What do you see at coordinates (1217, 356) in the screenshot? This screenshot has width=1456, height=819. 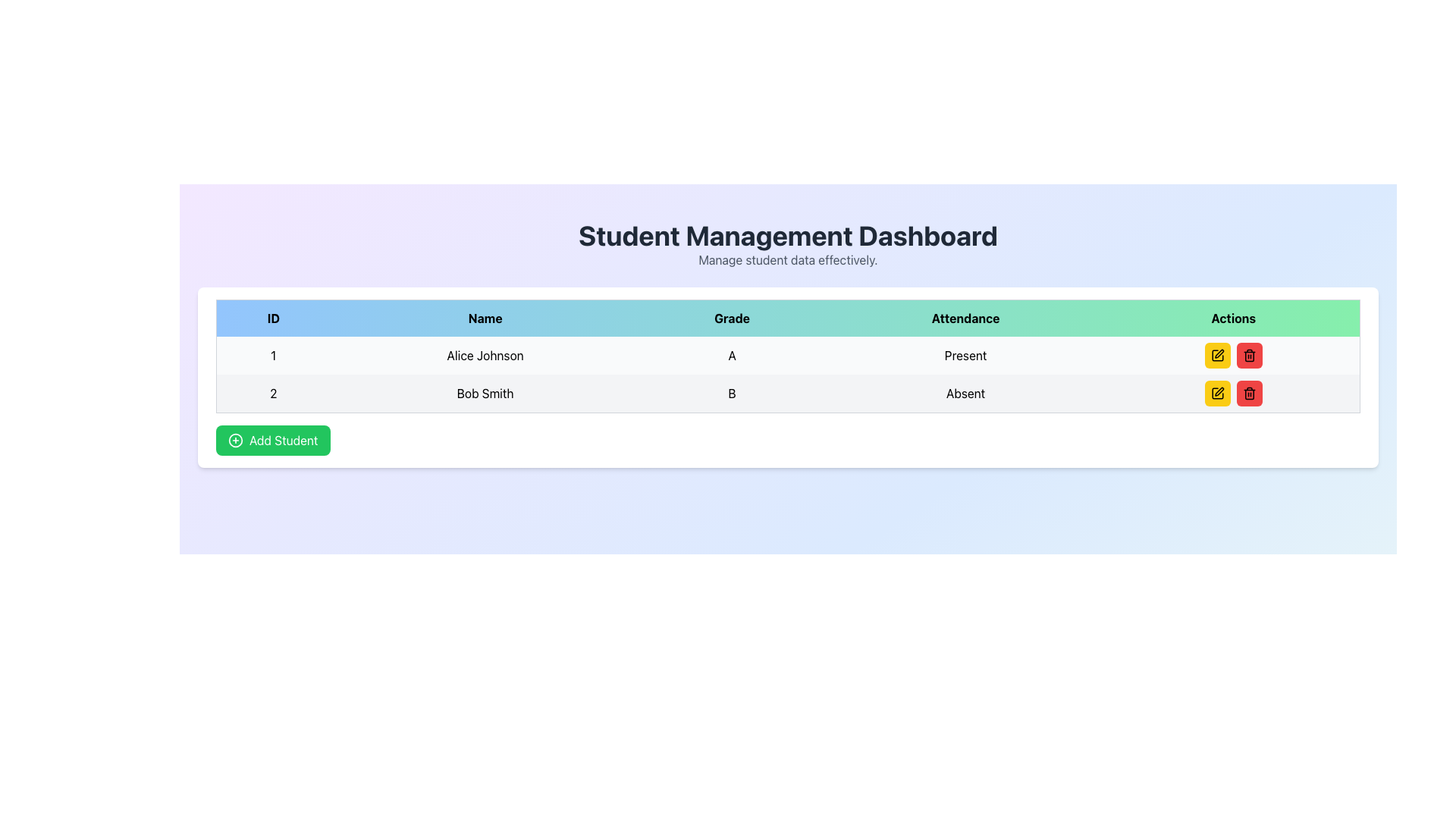 I see `the edit icon represented by a graphical vector within the SVG located in the 'Actions' column of the second row of the table, positioned to the left of the red delete button` at bounding box center [1217, 356].